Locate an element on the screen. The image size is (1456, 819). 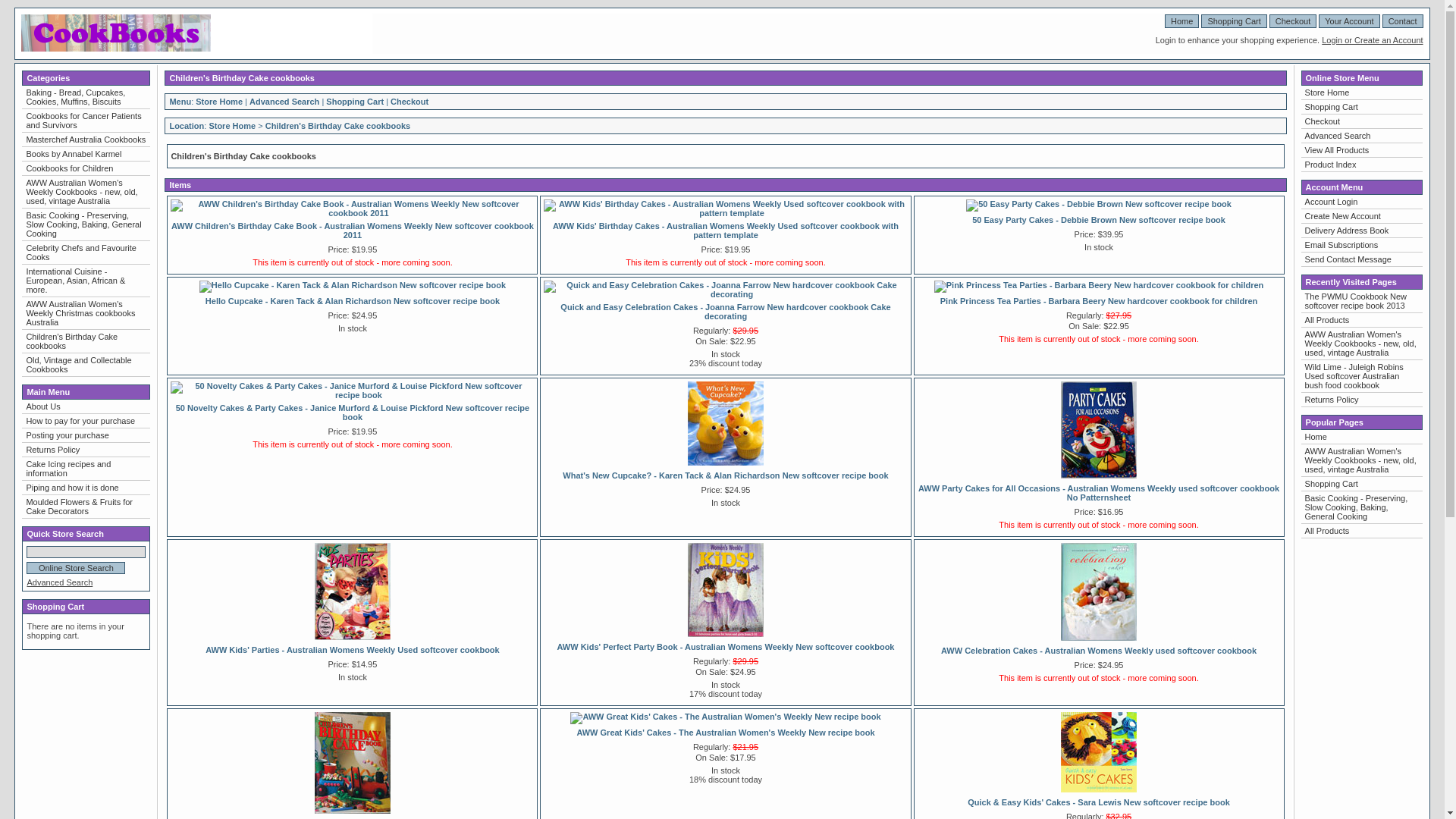
'Create New Account' is located at coordinates (1361, 216).